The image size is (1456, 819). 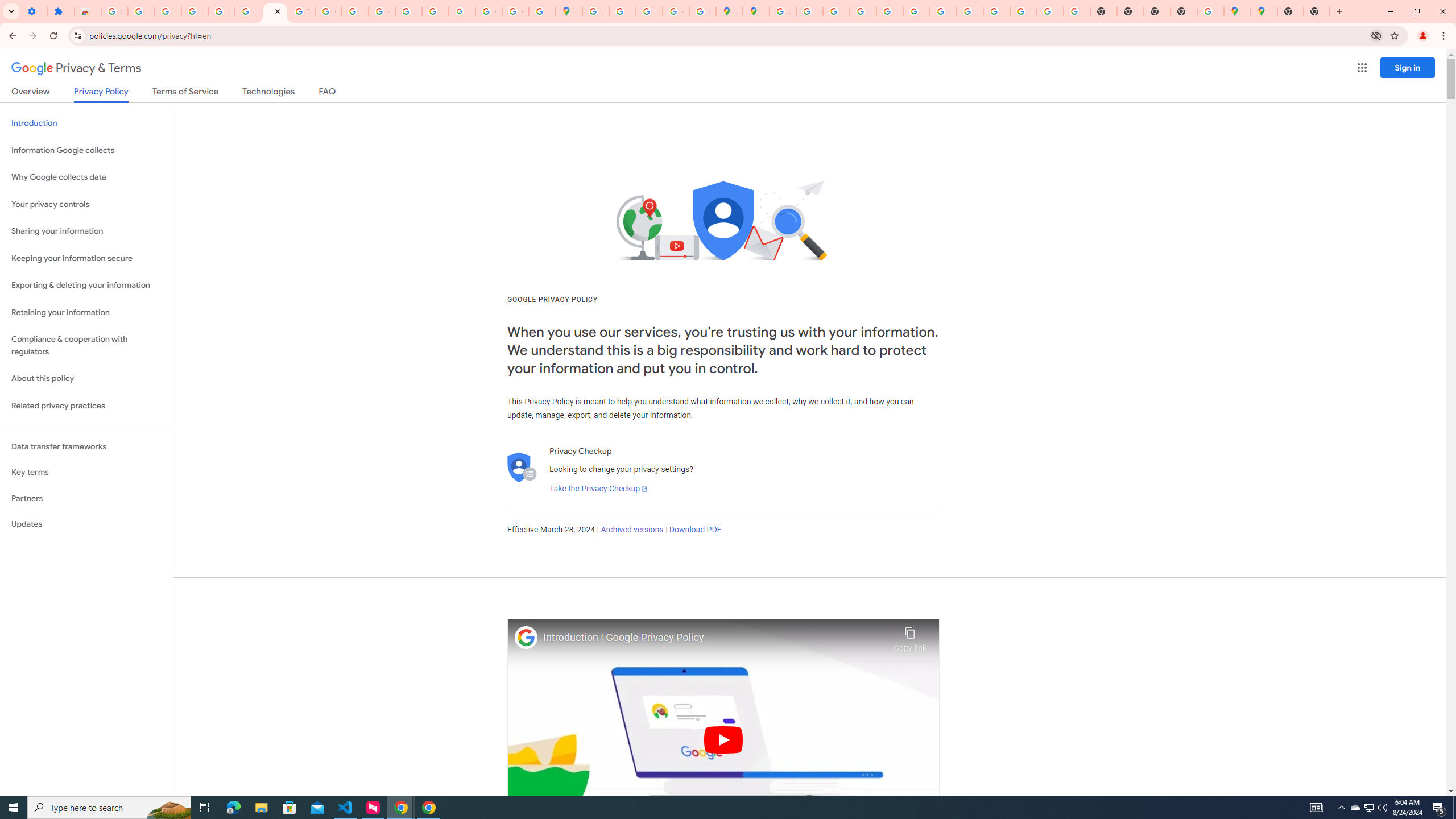 I want to click on 'Reviews: Helix Fruit Jump Arcade Game', so click(x=88, y=11).